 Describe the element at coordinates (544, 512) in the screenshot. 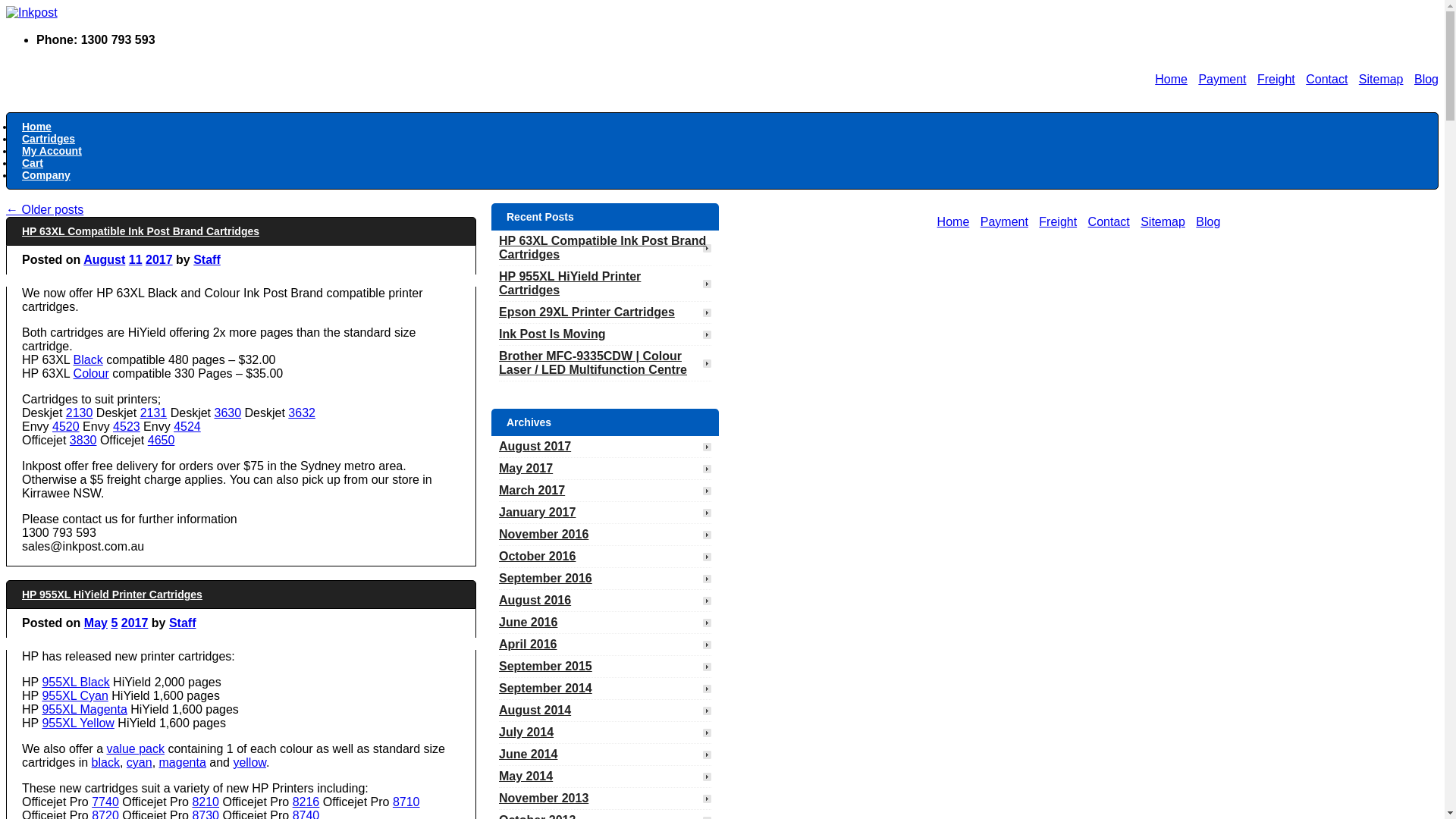

I see `'January 2017'` at that location.